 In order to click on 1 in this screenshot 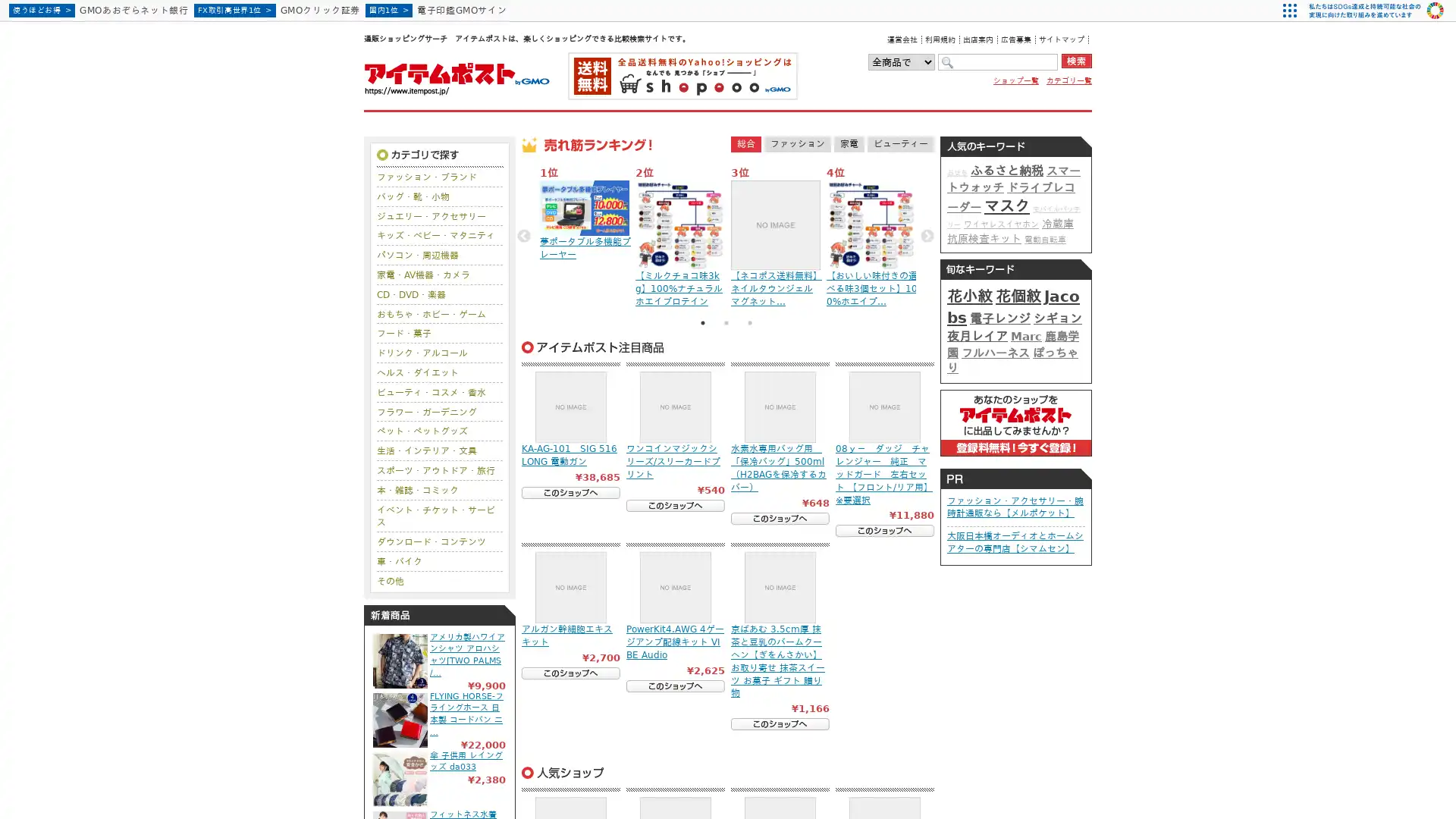, I will do `click(701, 322)`.